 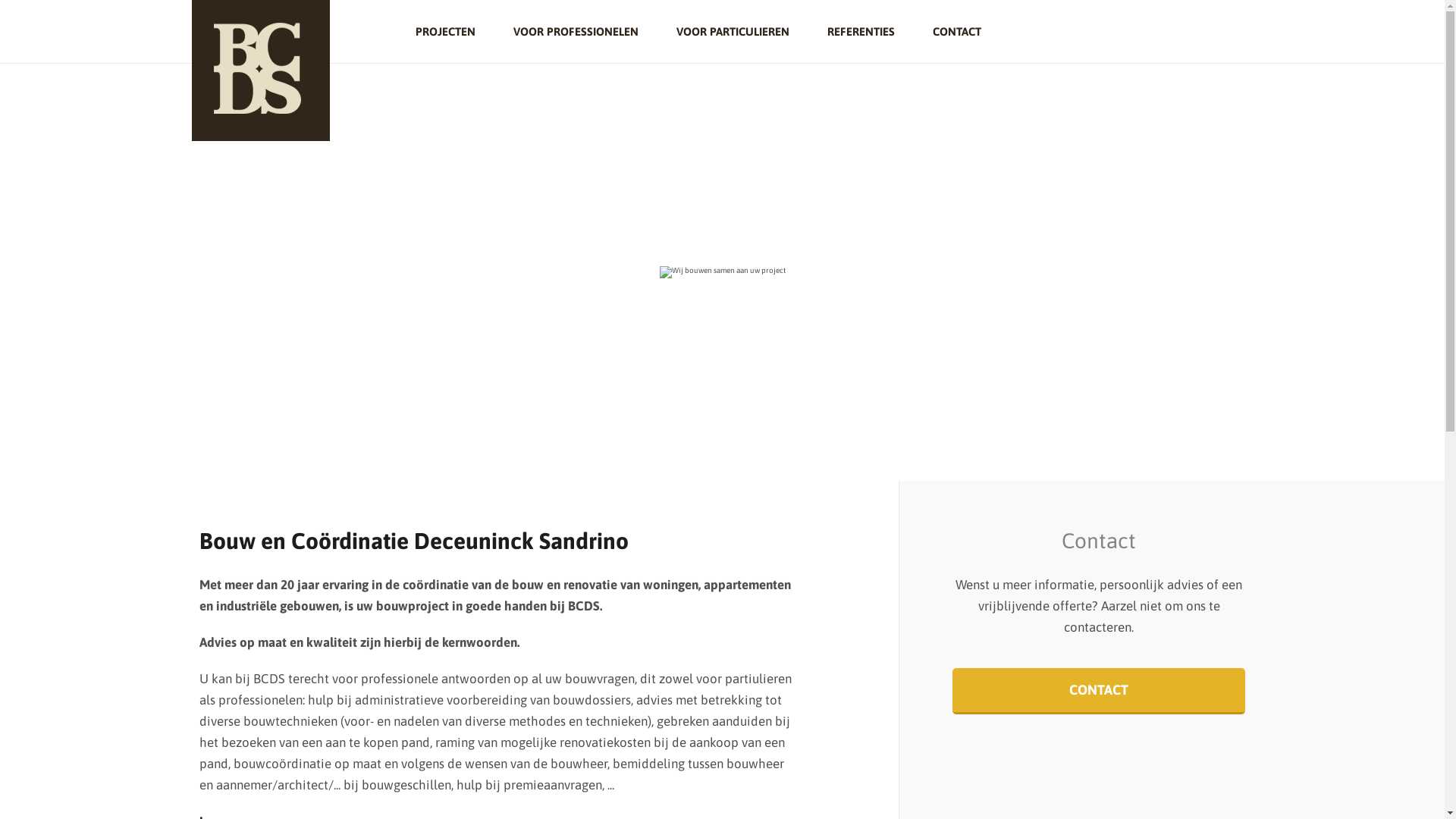 What do you see at coordinates (861, 32) in the screenshot?
I see `'REFERENTIES'` at bounding box center [861, 32].